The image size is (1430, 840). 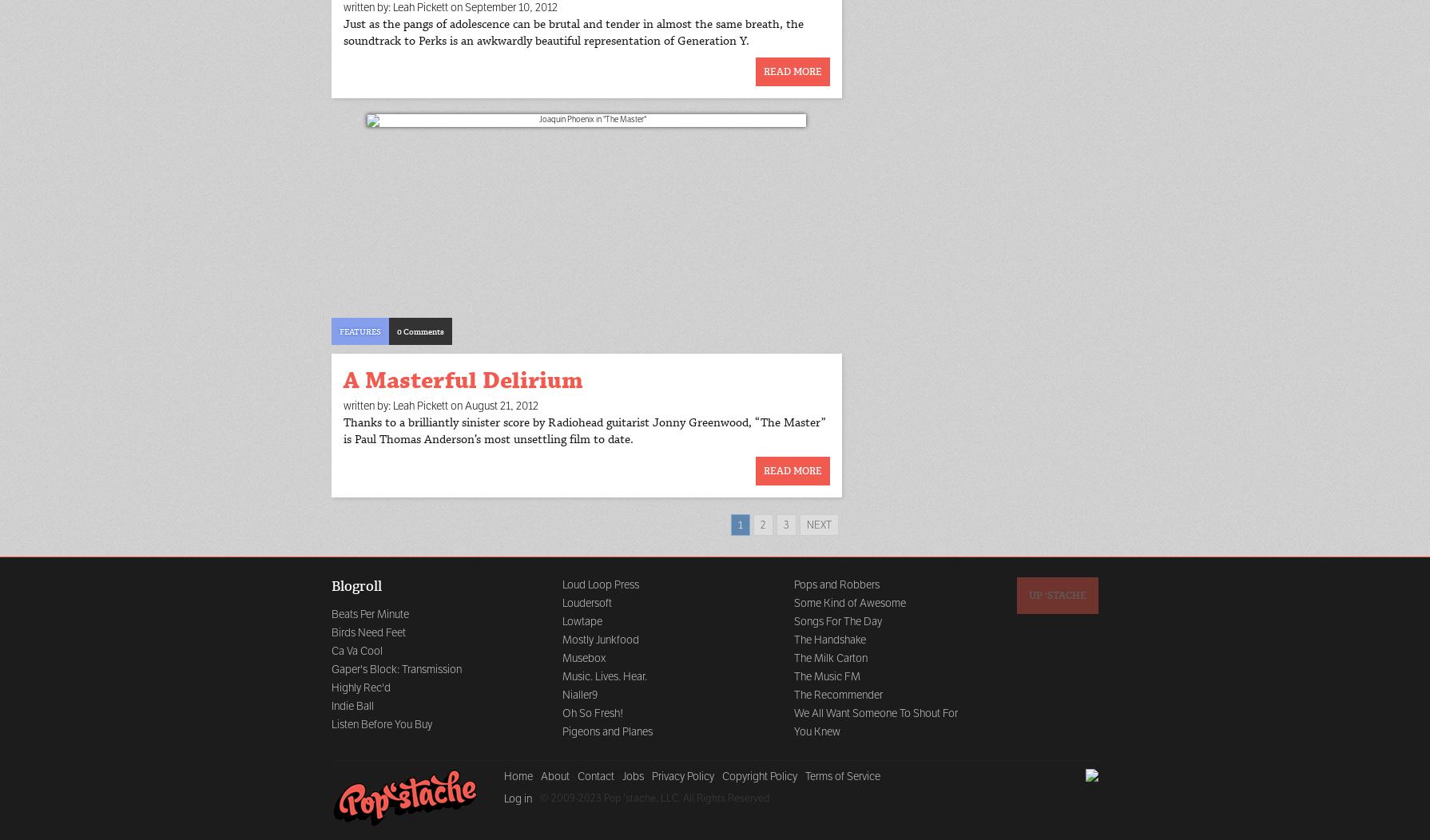 What do you see at coordinates (599, 639) in the screenshot?
I see `'Mostly Junkfood'` at bounding box center [599, 639].